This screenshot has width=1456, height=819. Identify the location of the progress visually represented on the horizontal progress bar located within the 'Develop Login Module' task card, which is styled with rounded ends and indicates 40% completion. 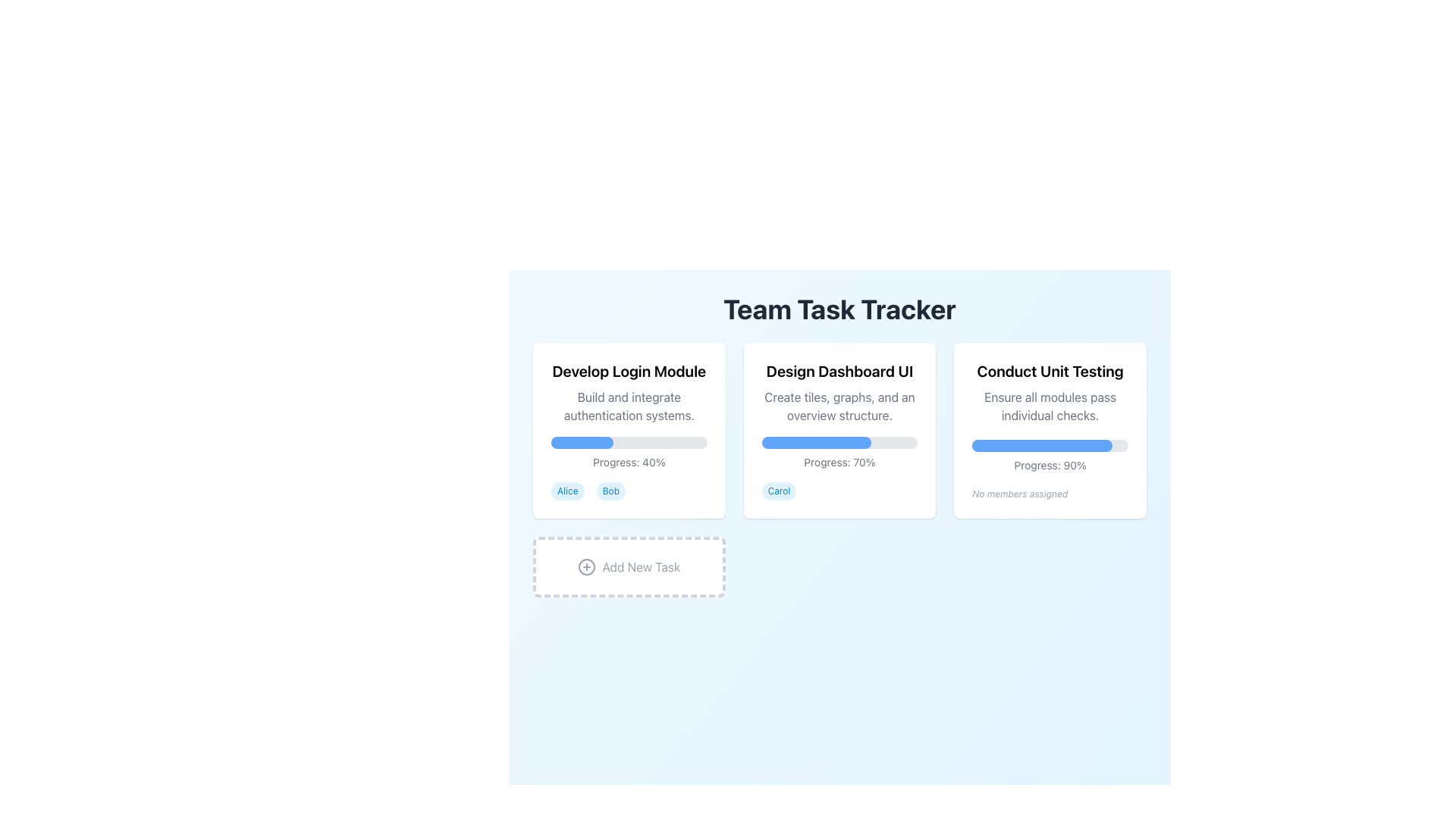
(629, 442).